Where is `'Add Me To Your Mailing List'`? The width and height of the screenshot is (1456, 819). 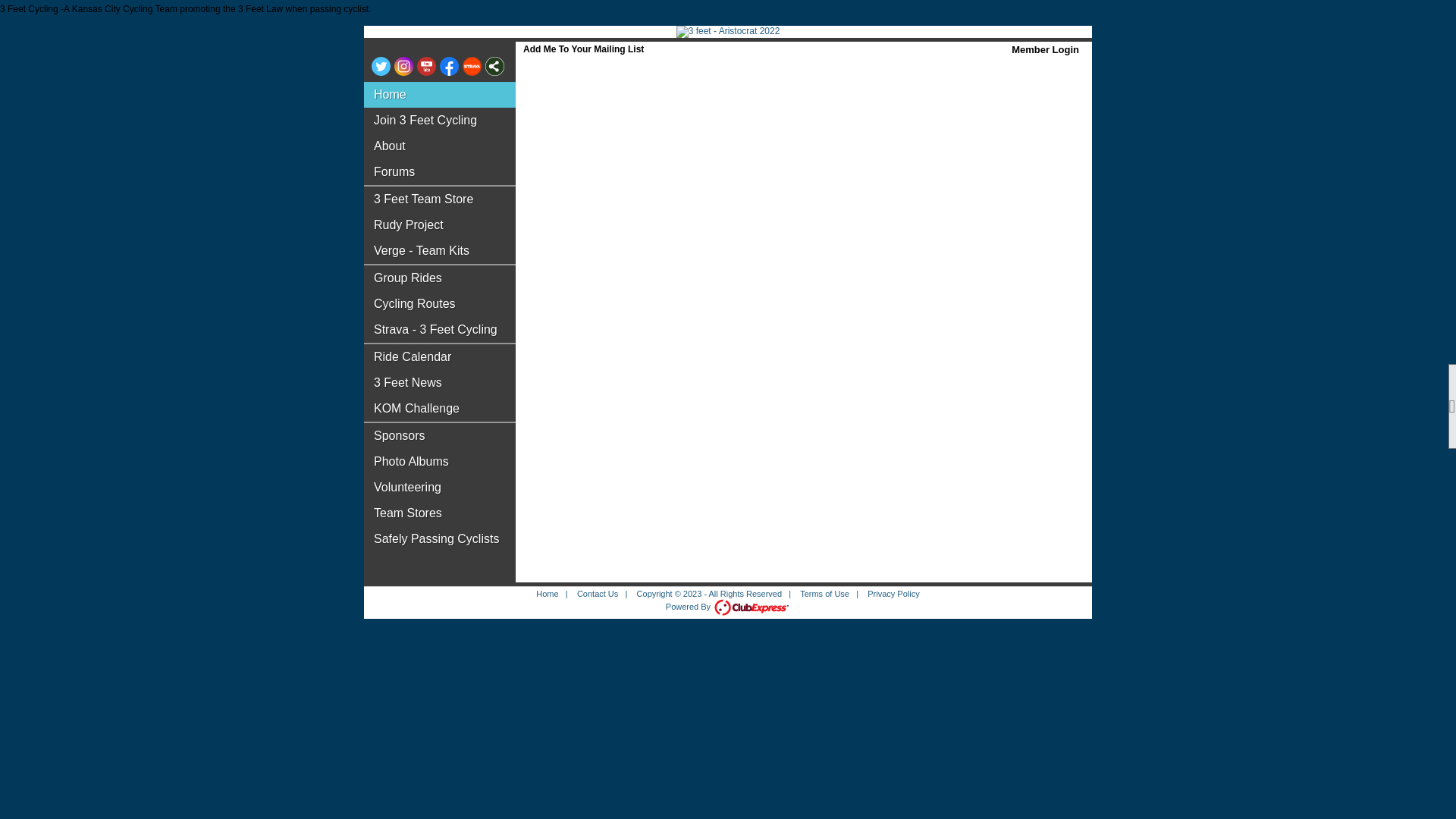
'Add Me To Your Mailing List' is located at coordinates (523, 49).